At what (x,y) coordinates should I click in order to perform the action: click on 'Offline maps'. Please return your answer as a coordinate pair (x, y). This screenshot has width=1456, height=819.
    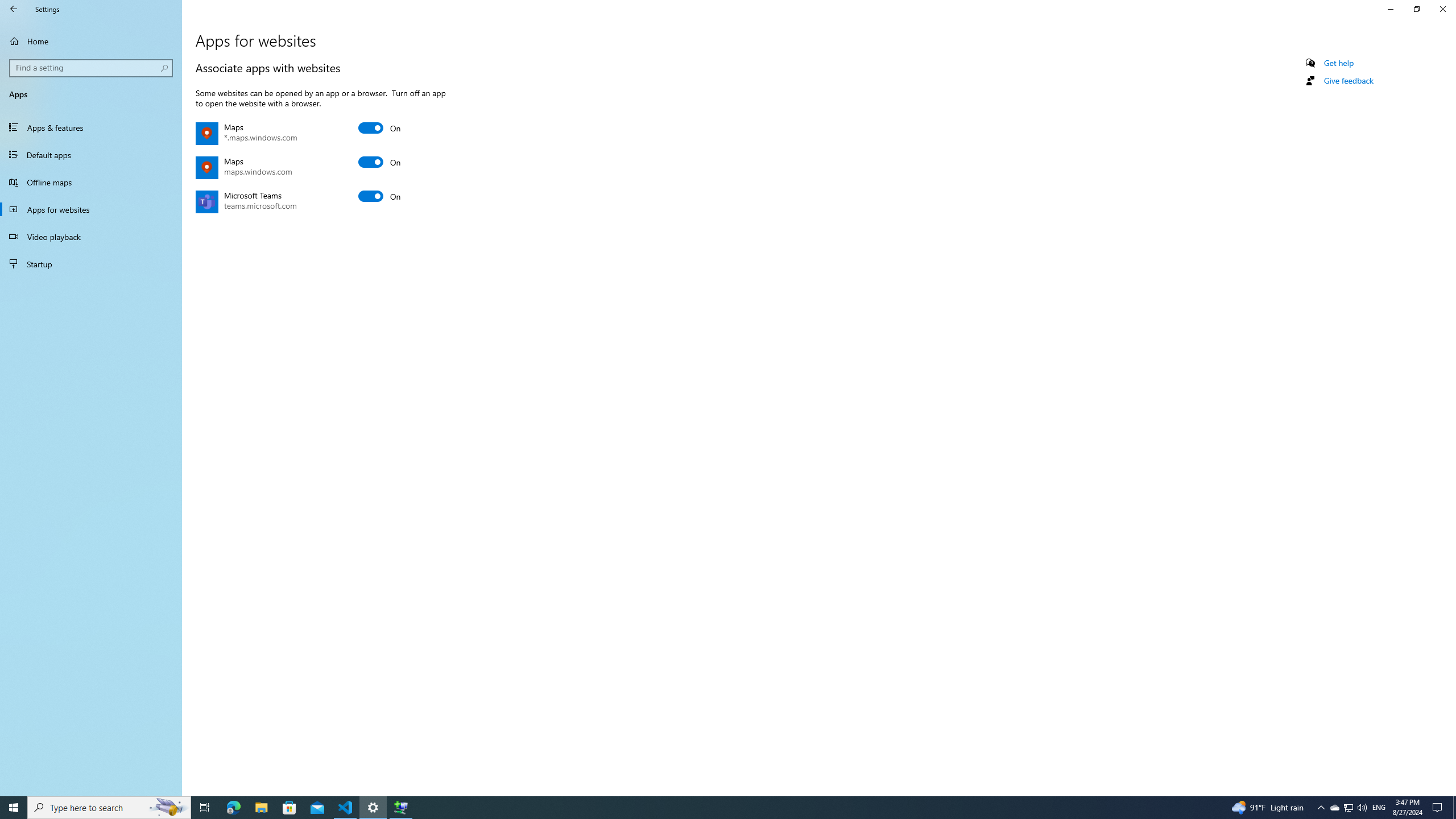
    Looking at the image, I should click on (90, 181).